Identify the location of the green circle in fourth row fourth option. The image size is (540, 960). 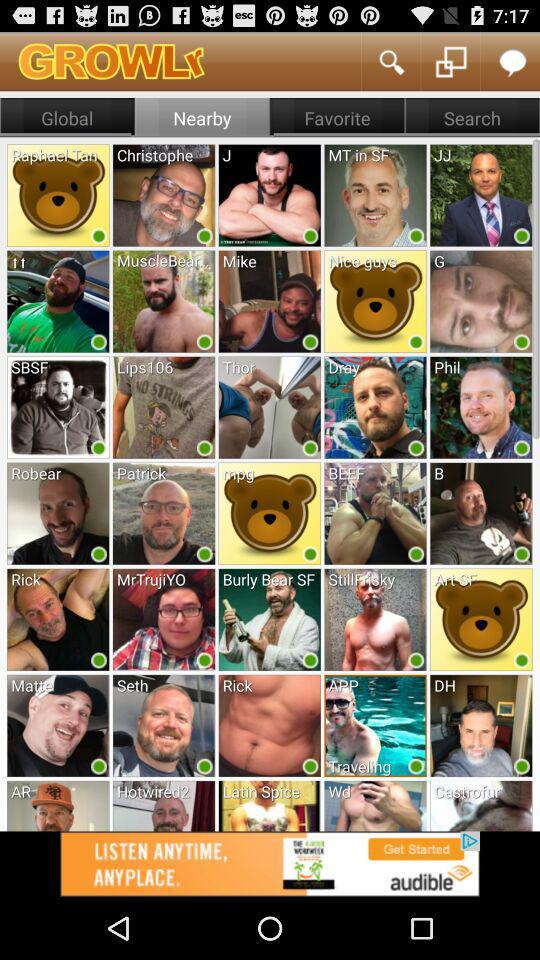
(415, 554).